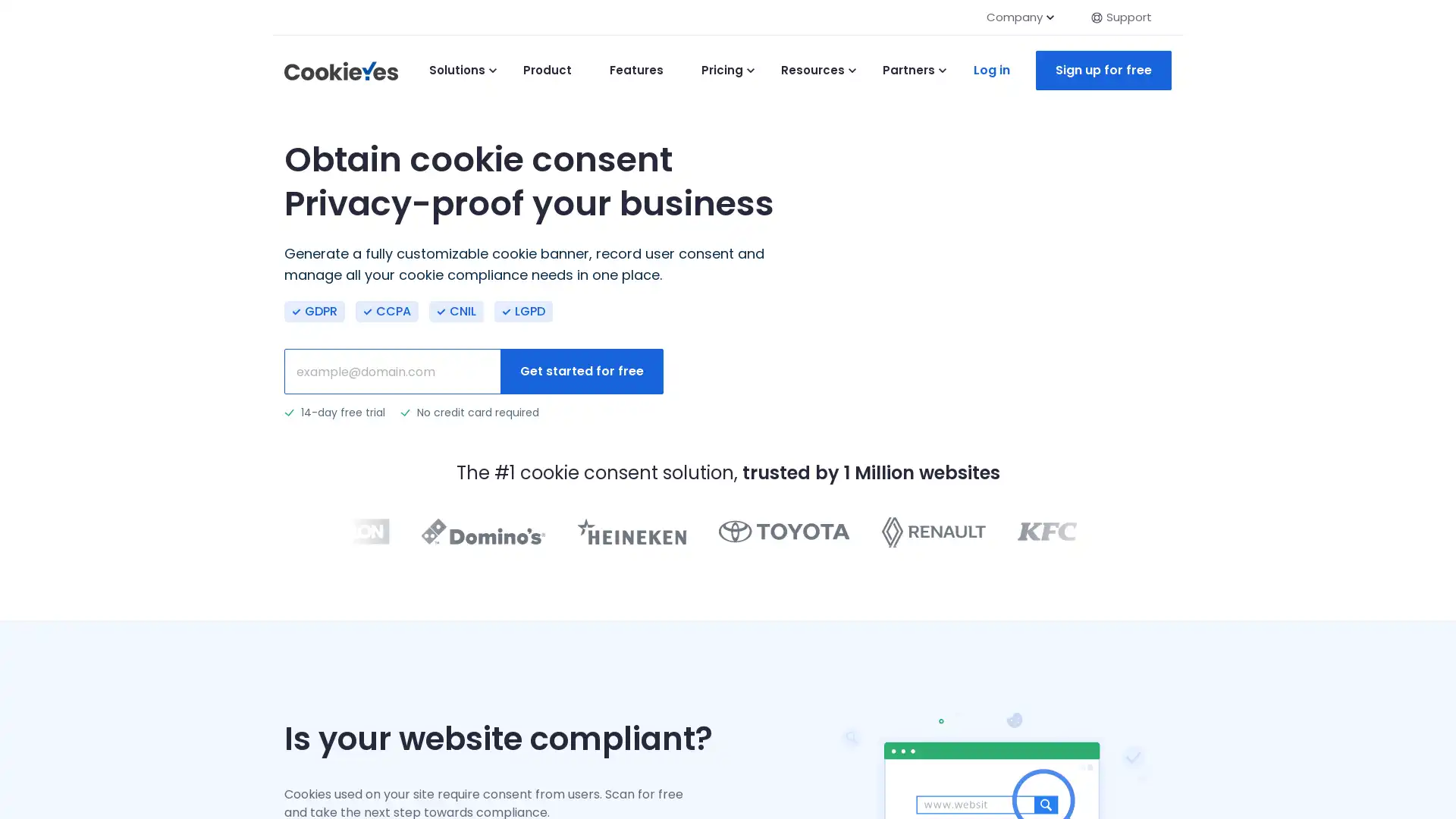  Describe the element at coordinates (295, 755) in the screenshot. I see `Accept All` at that location.